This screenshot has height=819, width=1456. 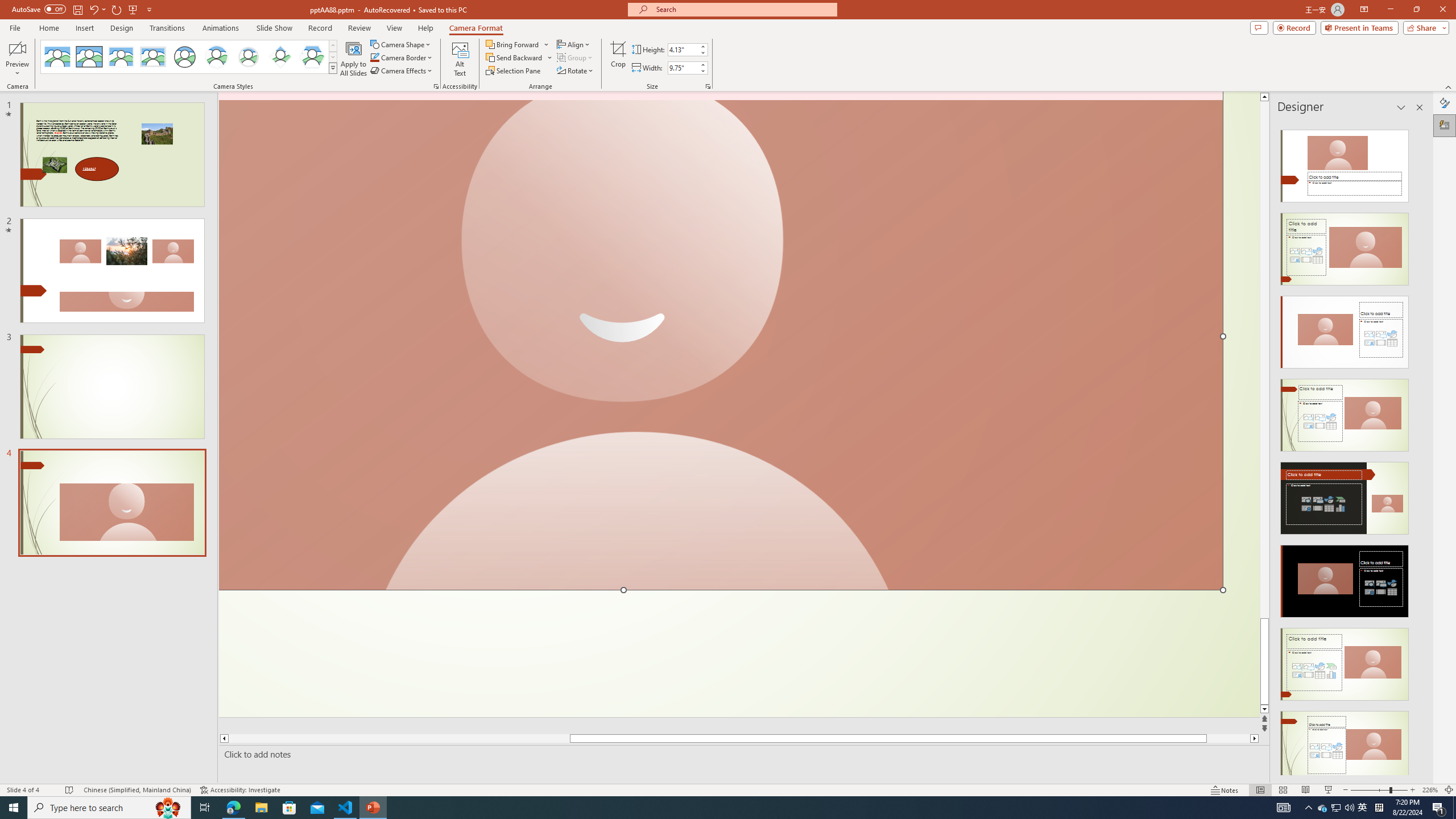 I want to click on 'Bring Forward', so click(x=512, y=44).